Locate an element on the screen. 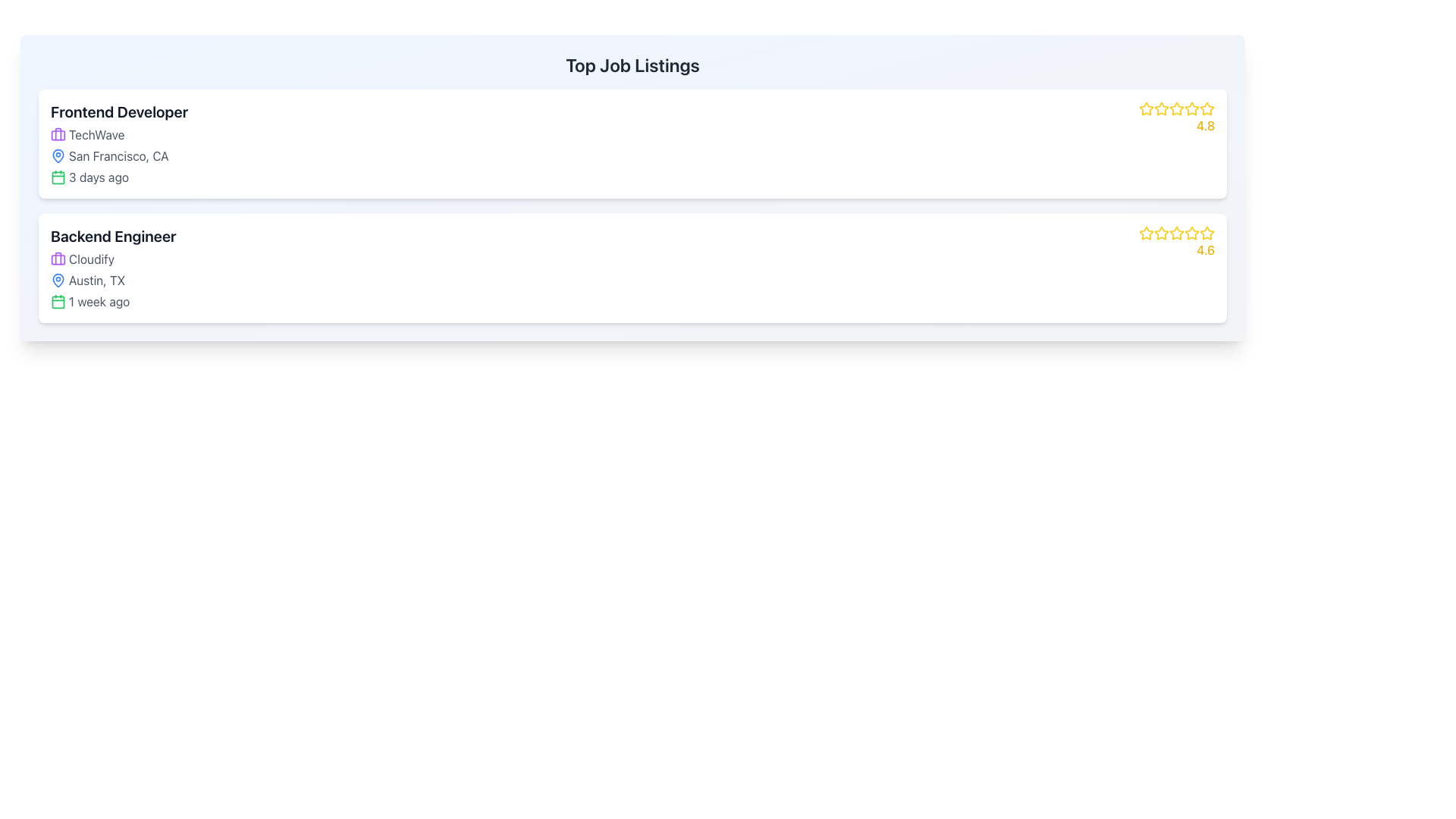 The height and width of the screenshot is (819, 1456). the first rating star for the 'Frontend Developer' job listing is located at coordinates (1160, 108).